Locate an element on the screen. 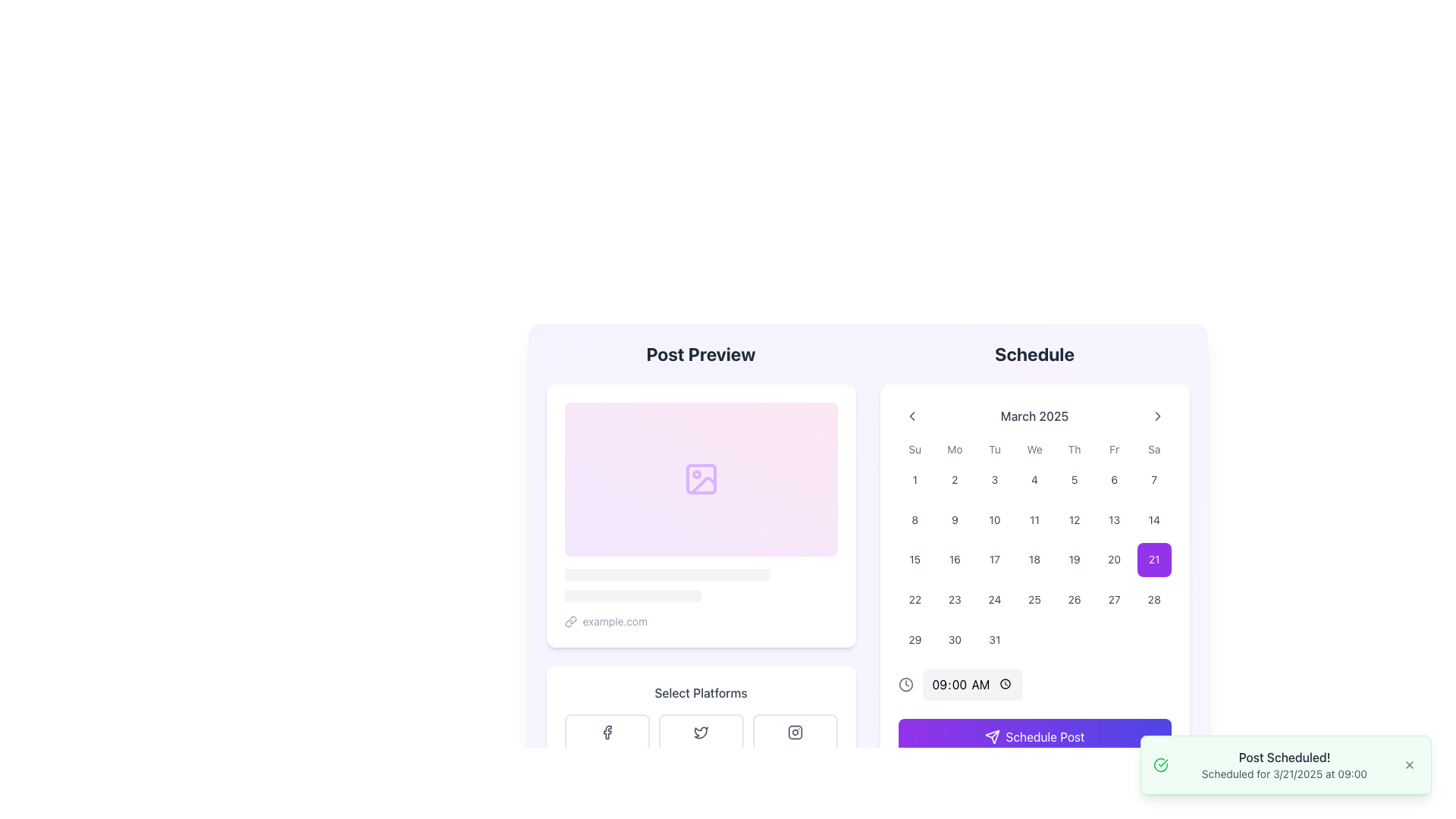  the 'Friday' text label in the weekly calendar layout, which is the sixth item in the row, located in the top-right corner of the grid is located at coordinates (1114, 449).